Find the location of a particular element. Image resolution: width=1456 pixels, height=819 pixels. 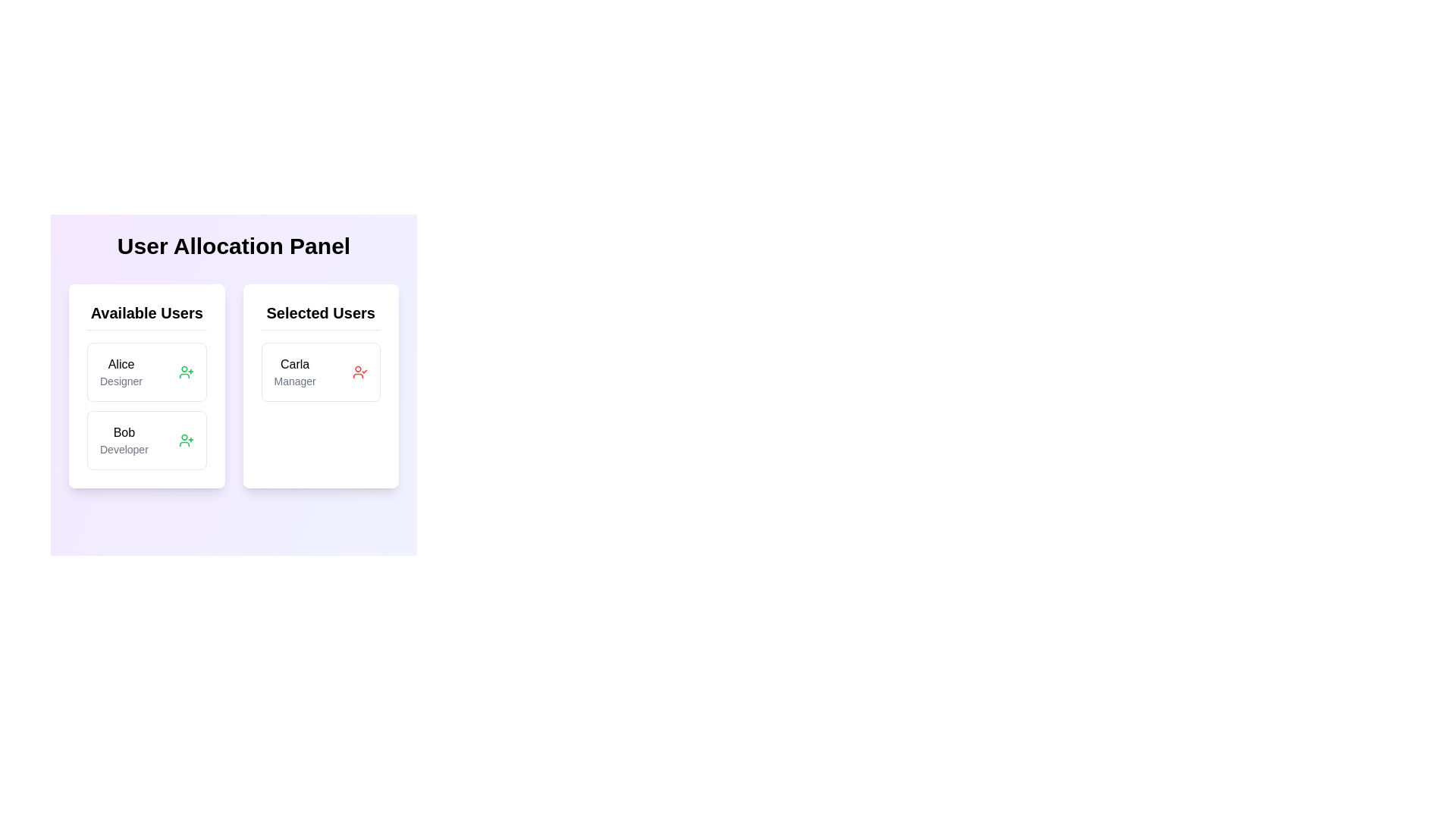

the green icon button located to the right of the 'Bob' label in the 'User Allocation Panel' is located at coordinates (185, 441).